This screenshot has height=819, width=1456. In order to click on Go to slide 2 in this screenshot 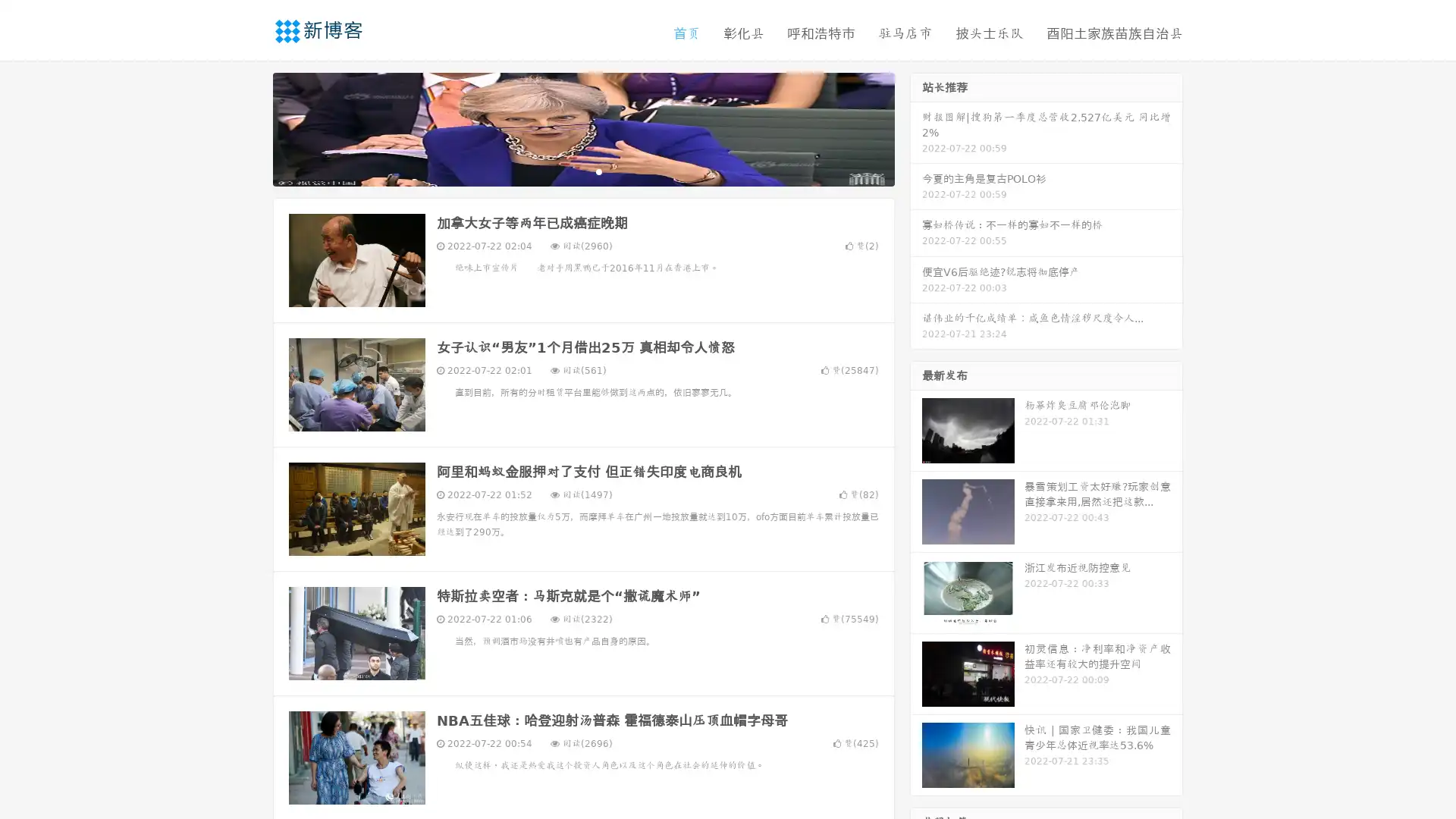, I will do `click(582, 171)`.